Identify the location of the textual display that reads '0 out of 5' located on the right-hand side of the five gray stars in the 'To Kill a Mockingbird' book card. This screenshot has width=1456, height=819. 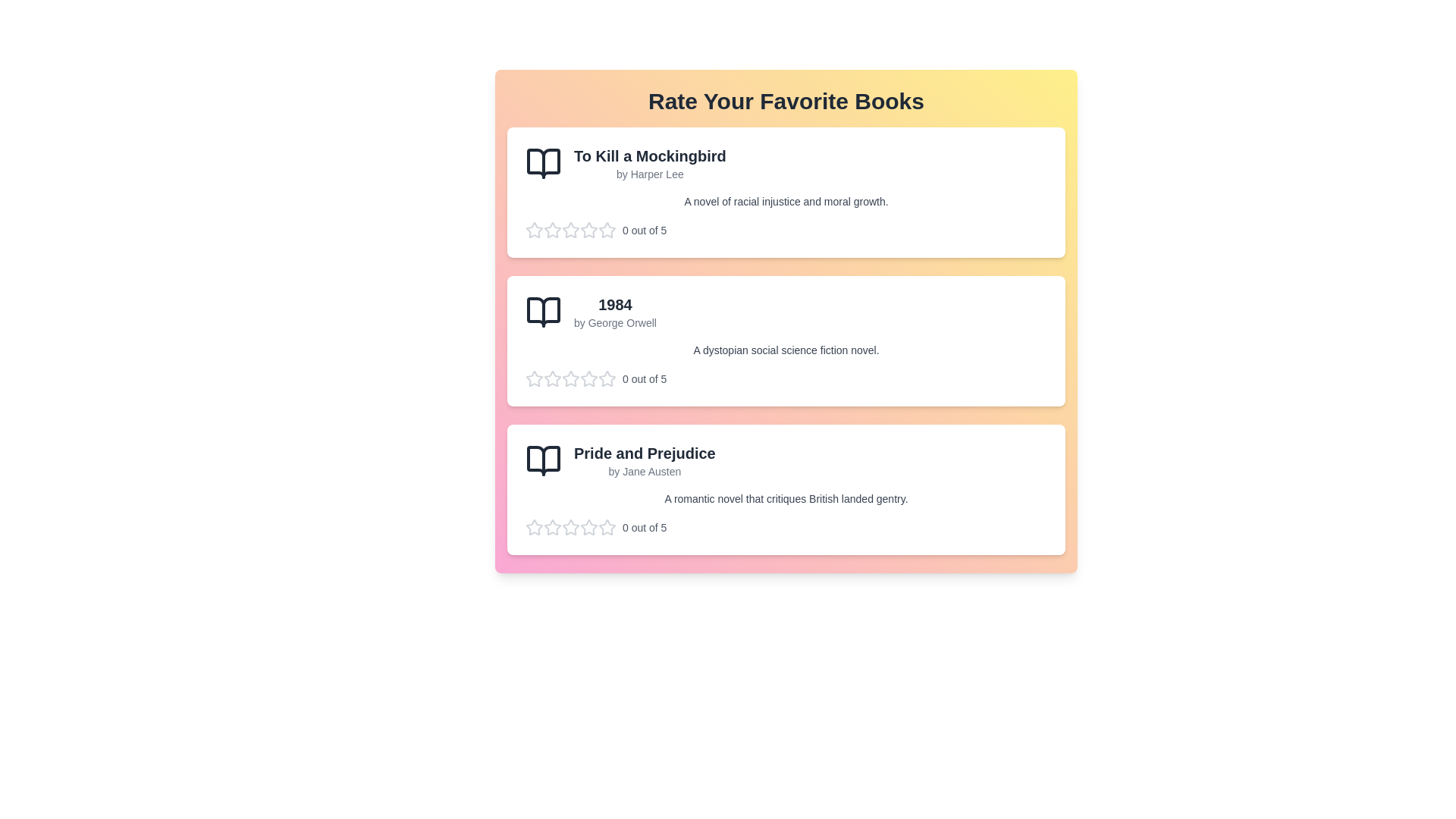
(786, 231).